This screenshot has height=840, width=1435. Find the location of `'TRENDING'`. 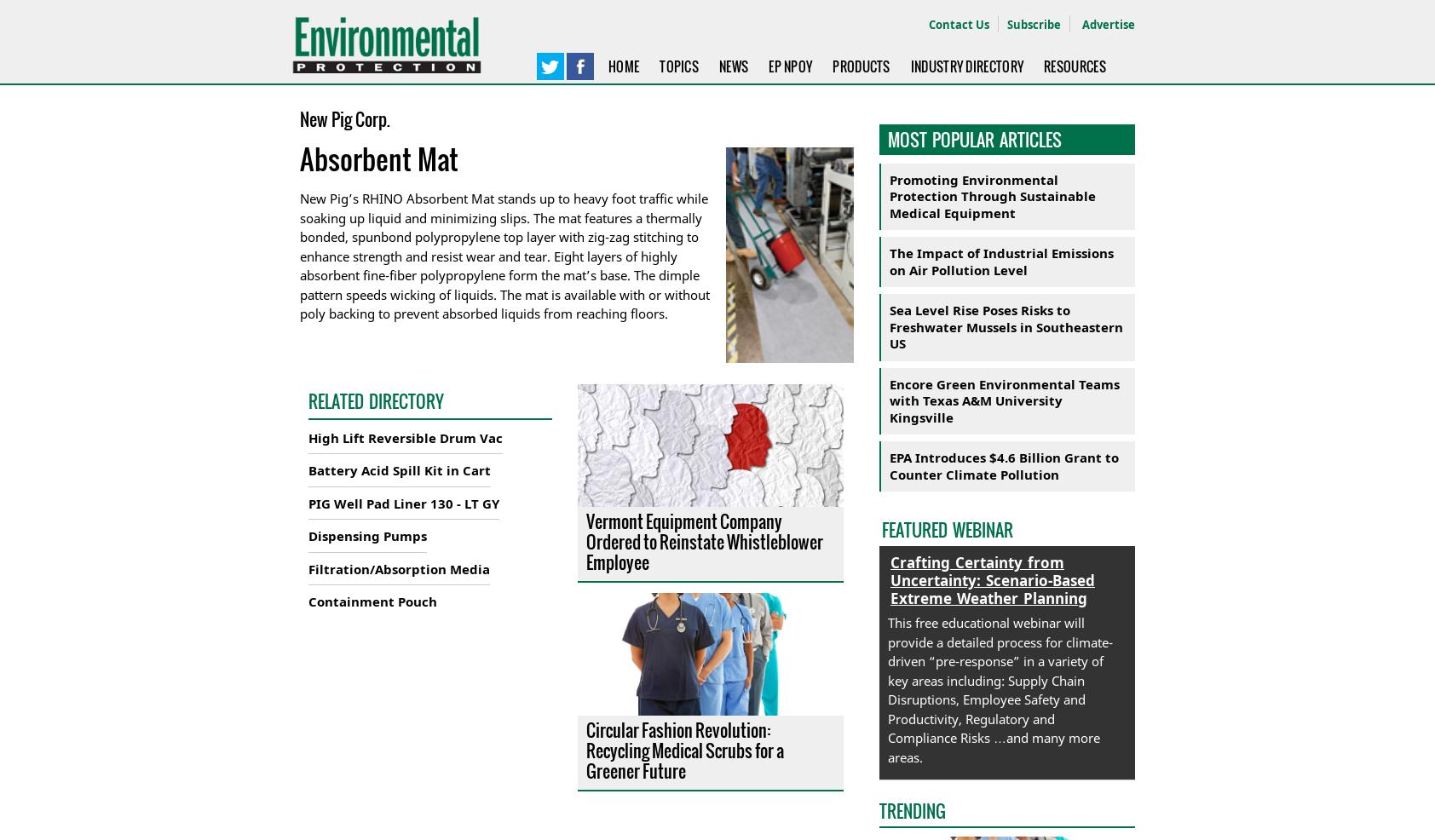

'TRENDING' is located at coordinates (913, 810).